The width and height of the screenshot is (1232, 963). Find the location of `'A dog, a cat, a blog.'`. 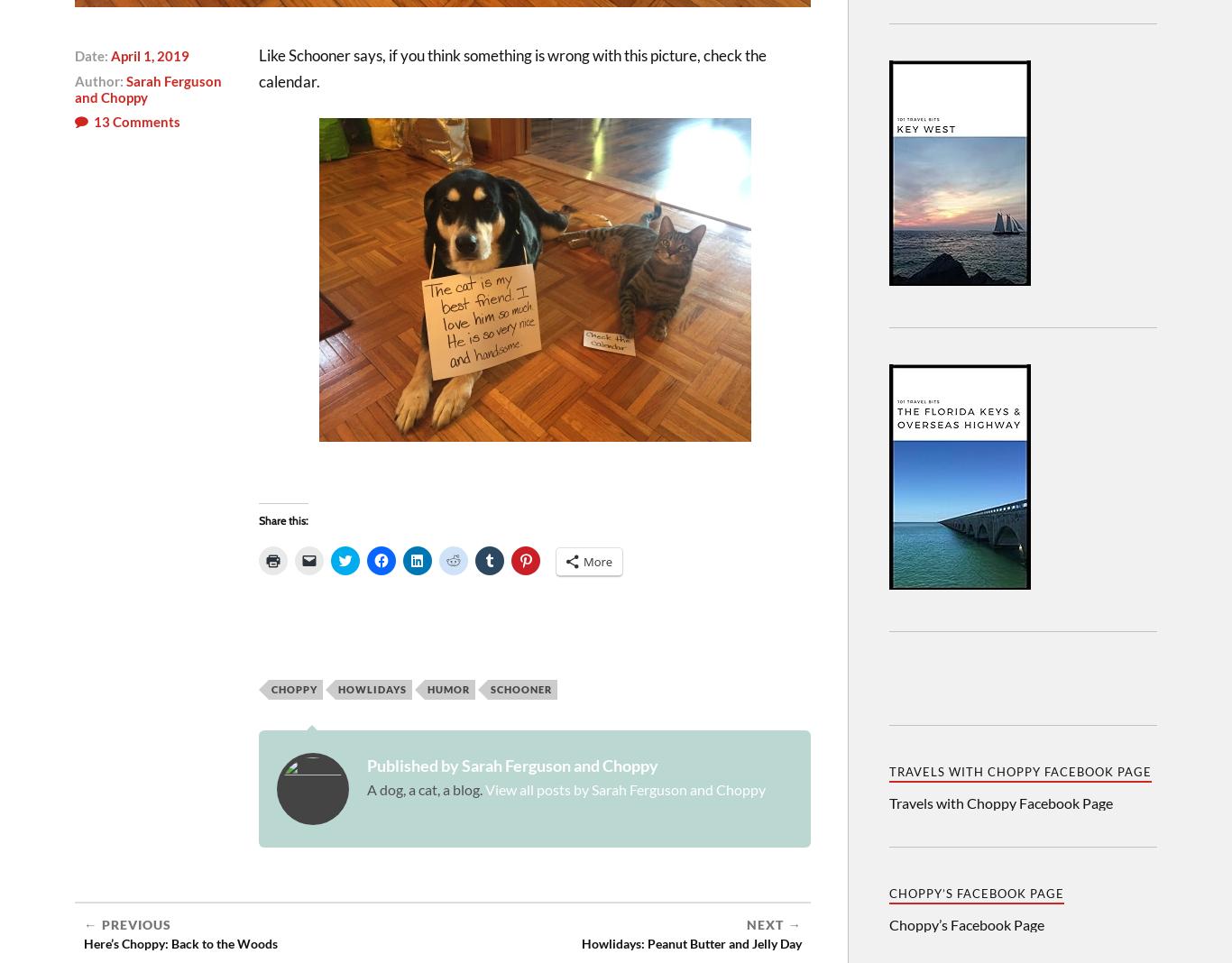

'A dog, a cat, a blog.' is located at coordinates (426, 788).